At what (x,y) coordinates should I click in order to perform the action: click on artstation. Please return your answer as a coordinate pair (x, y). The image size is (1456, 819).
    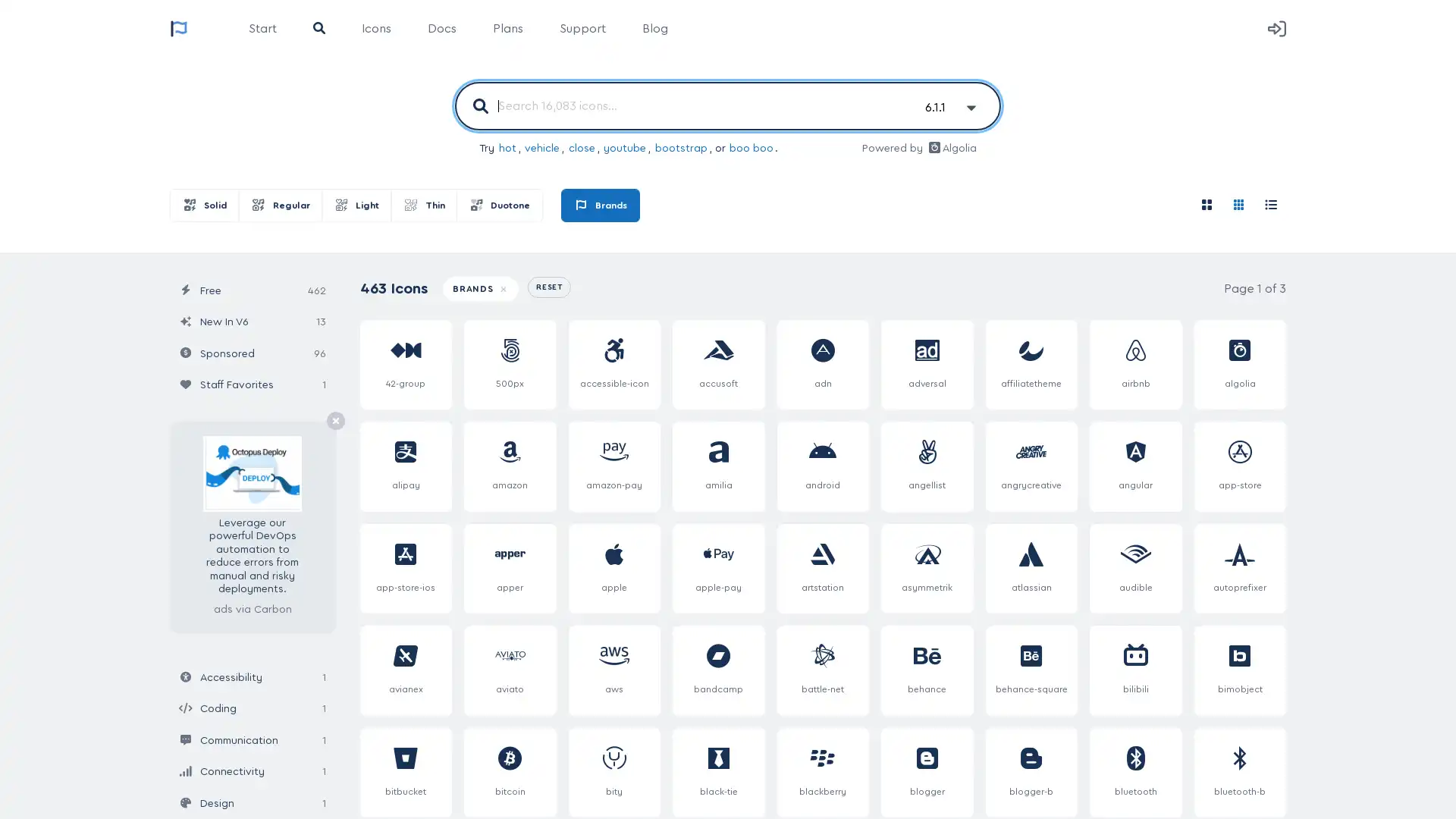
    Looking at the image, I should click on (821, 579).